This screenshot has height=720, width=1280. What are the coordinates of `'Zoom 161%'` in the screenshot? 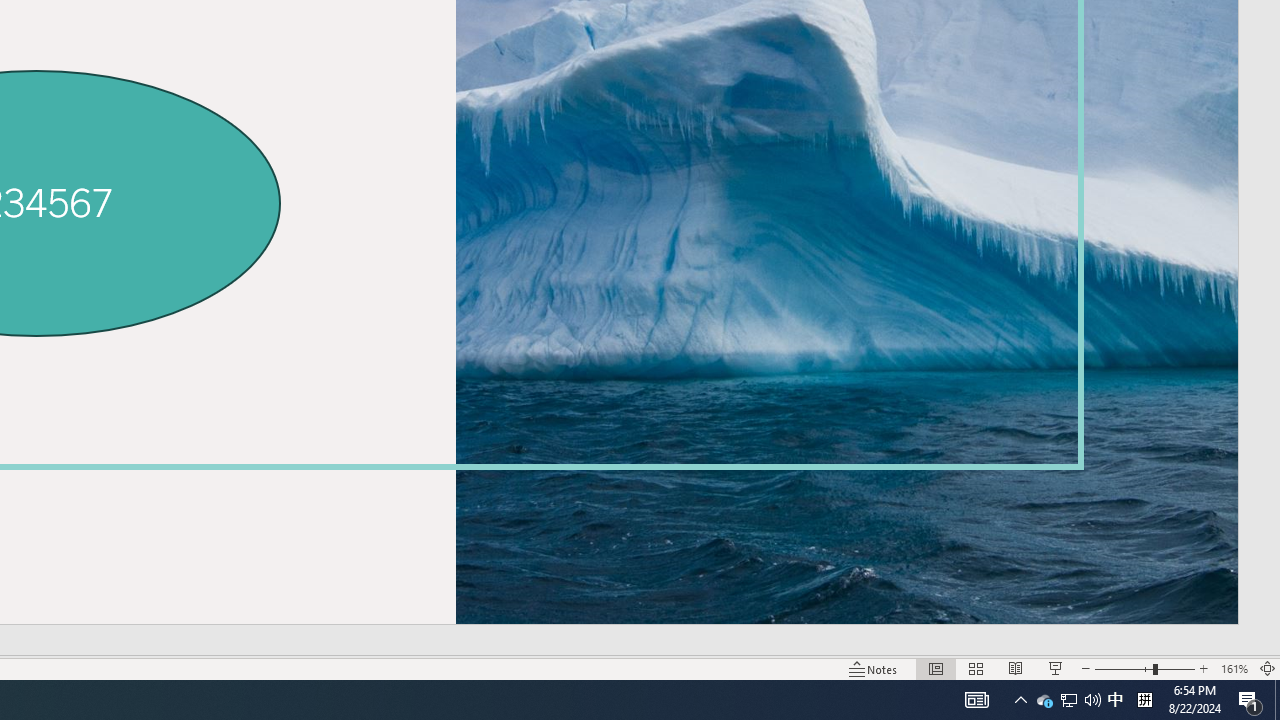 It's located at (1233, 669).